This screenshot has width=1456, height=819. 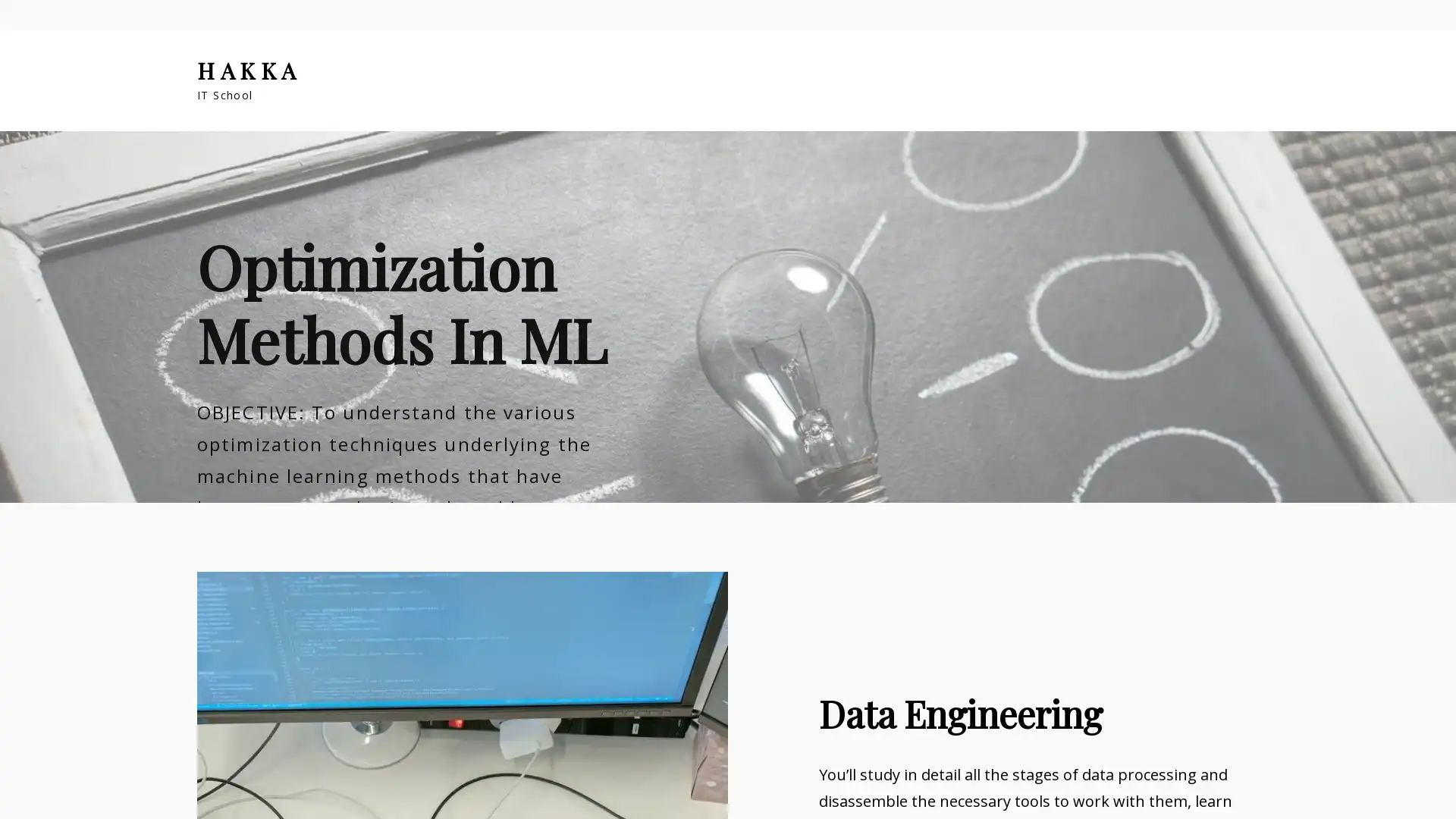 What do you see at coordinates (1431, 410) in the screenshot?
I see `Next` at bounding box center [1431, 410].